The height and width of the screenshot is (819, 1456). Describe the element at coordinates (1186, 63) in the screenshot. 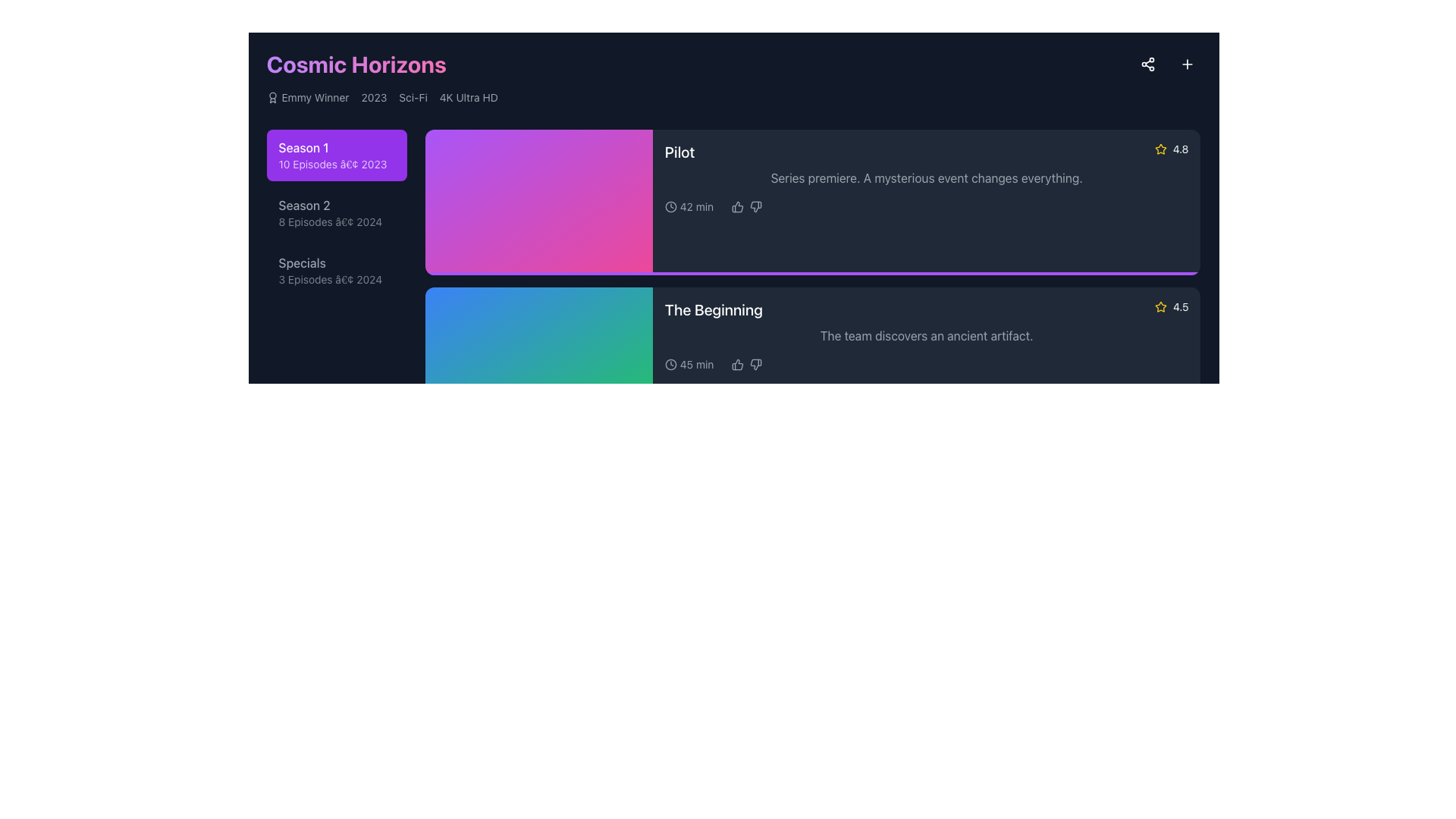

I see `the circular button with a dark background and a plus icon located at the top-right corner of the interface` at that location.